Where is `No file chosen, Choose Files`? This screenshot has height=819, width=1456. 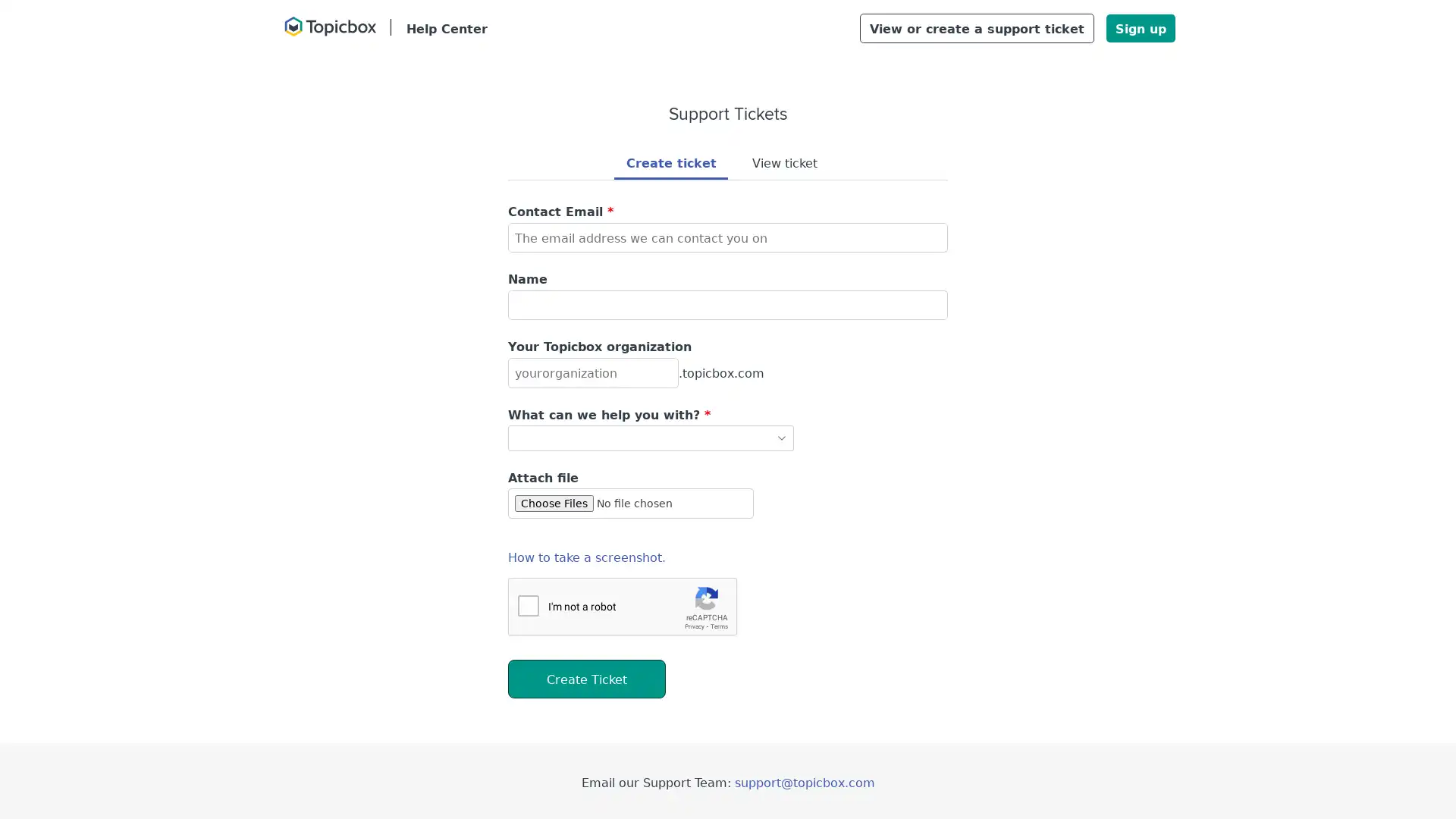
No file chosen, Choose Files is located at coordinates (630, 503).